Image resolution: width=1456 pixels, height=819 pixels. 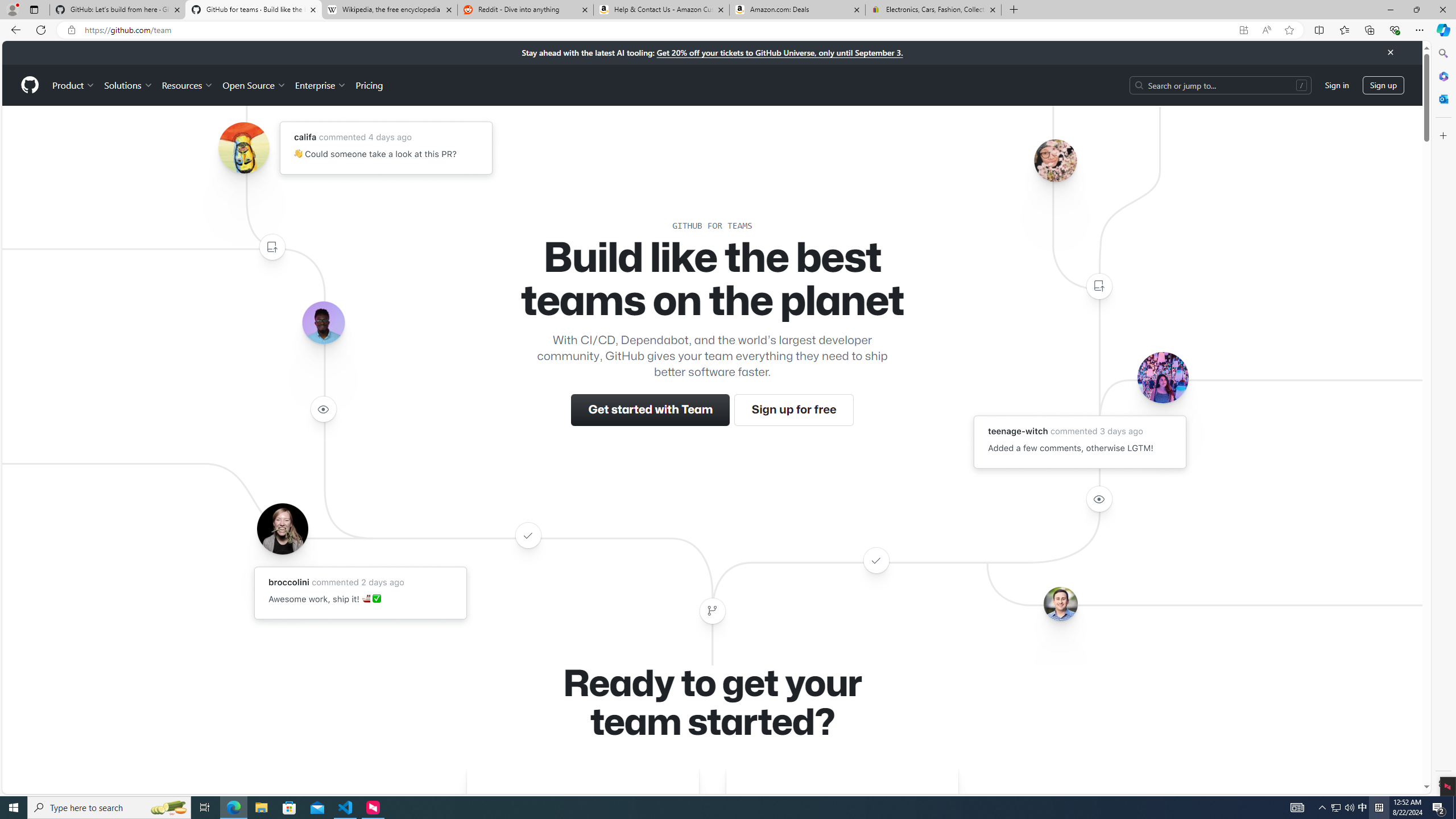 What do you see at coordinates (243, 147) in the screenshot?
I see `'Avatar of the user califa'` at bounding box center [243, 147].